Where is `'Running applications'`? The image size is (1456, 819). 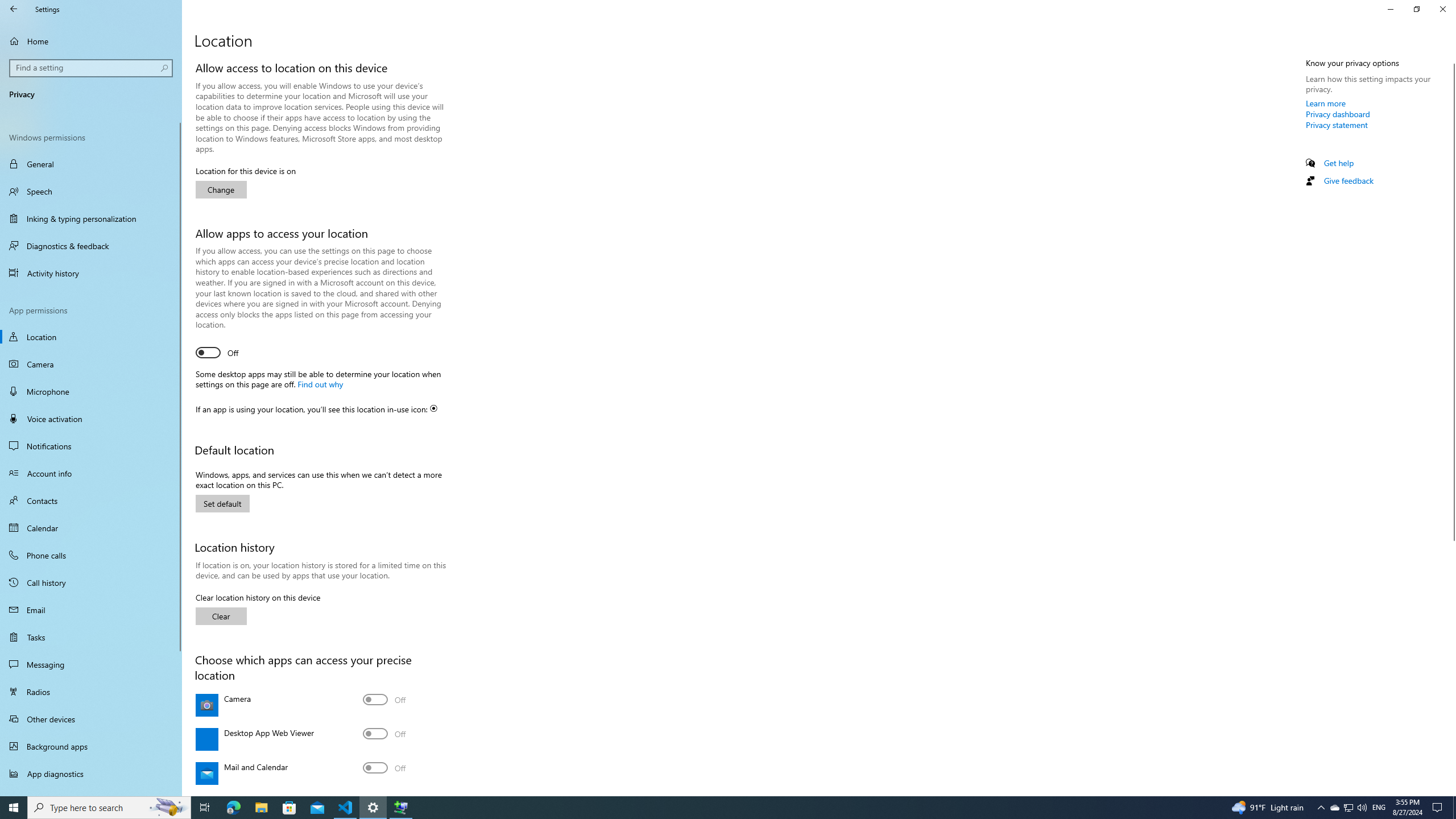 'Running applications' is located at coordinates (706, 806).